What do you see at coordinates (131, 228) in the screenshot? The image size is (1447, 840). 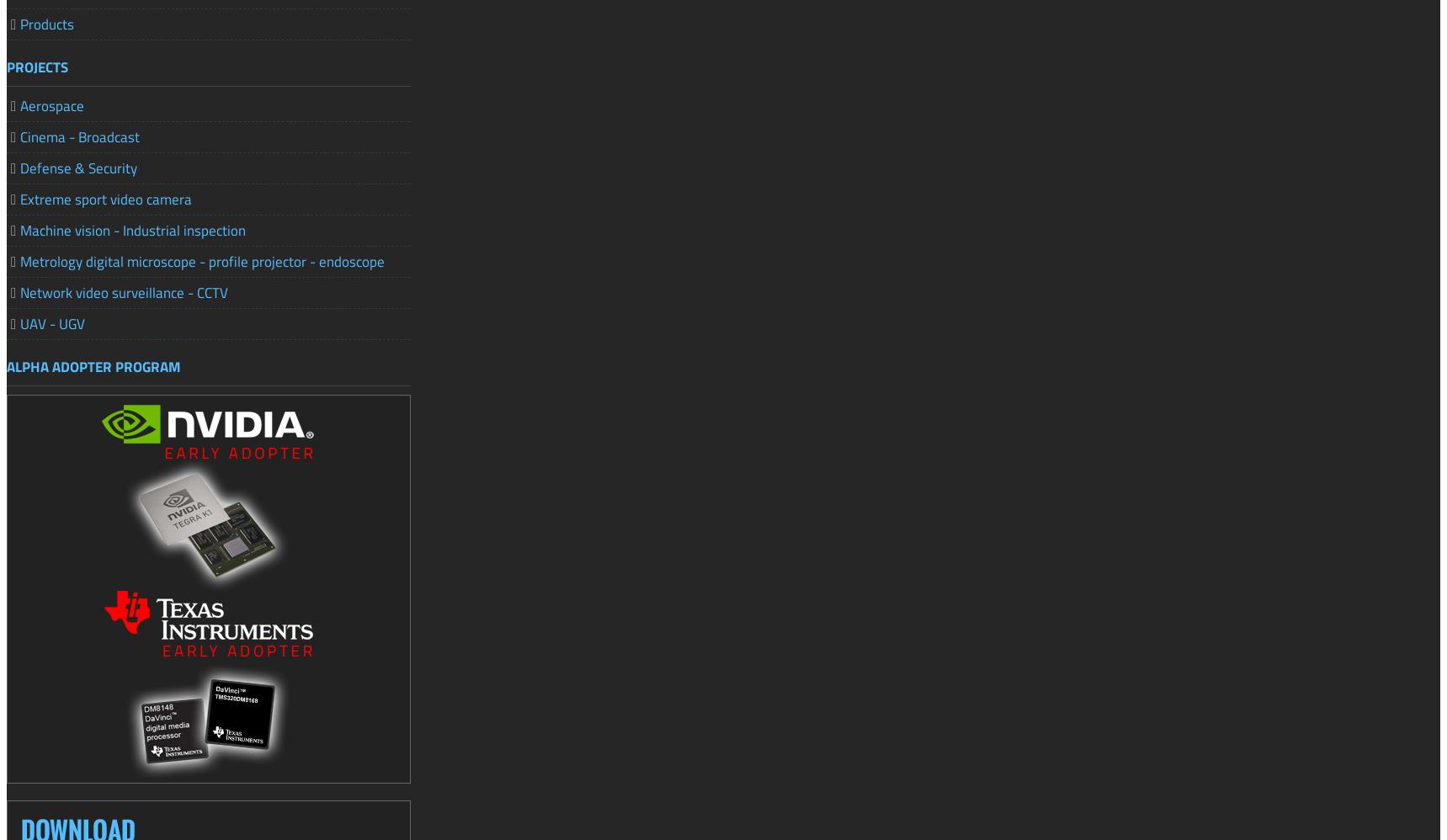 I see `'Machine vision - Industrial inspection'` at bounding box center [131, 228].